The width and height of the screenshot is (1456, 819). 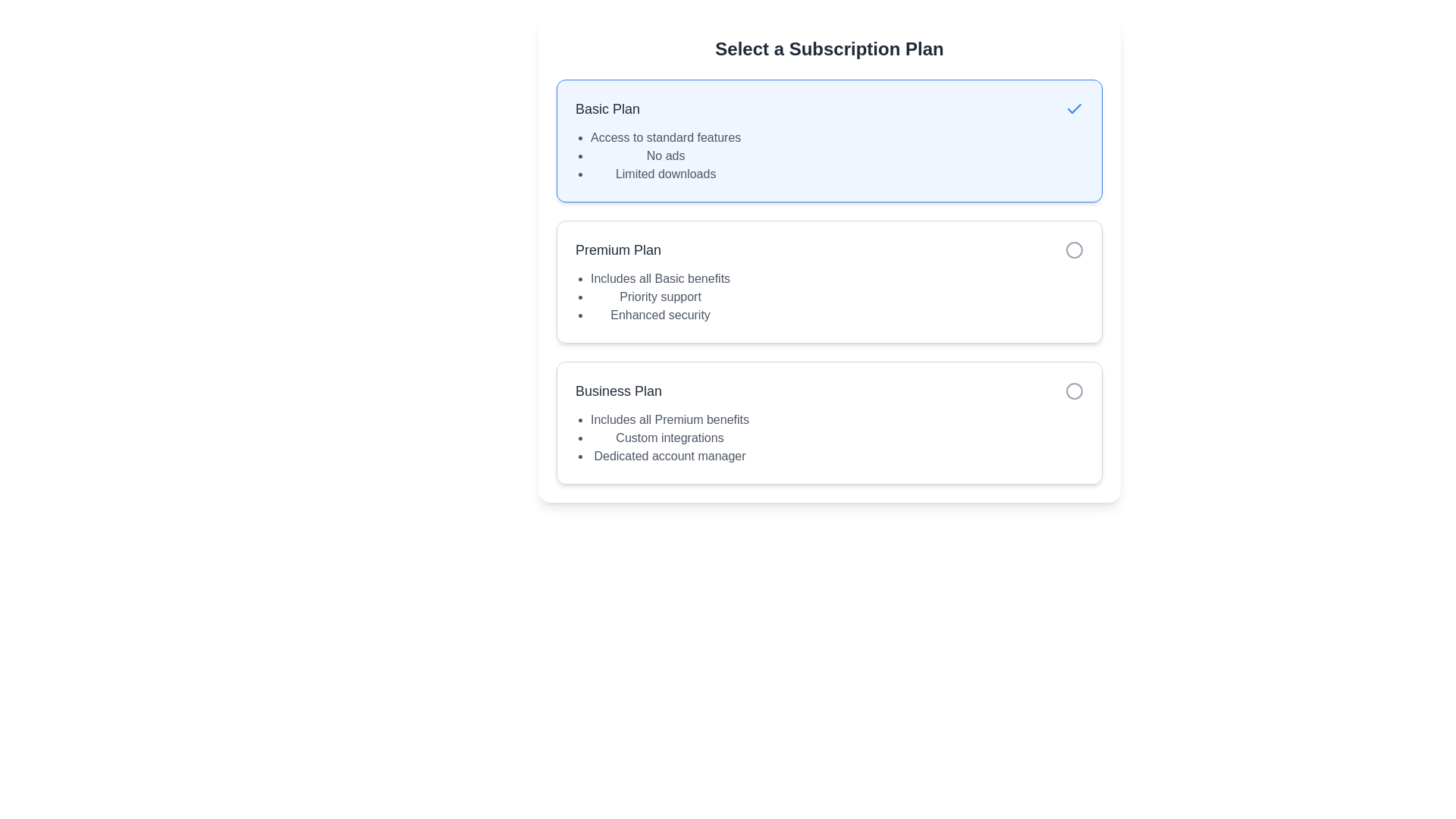 I want to click on the text label that indicates the Premium Plan includes priority customer support, which is the second item in a bullet list within the Premium Plan section, so click(x=661, y=297).